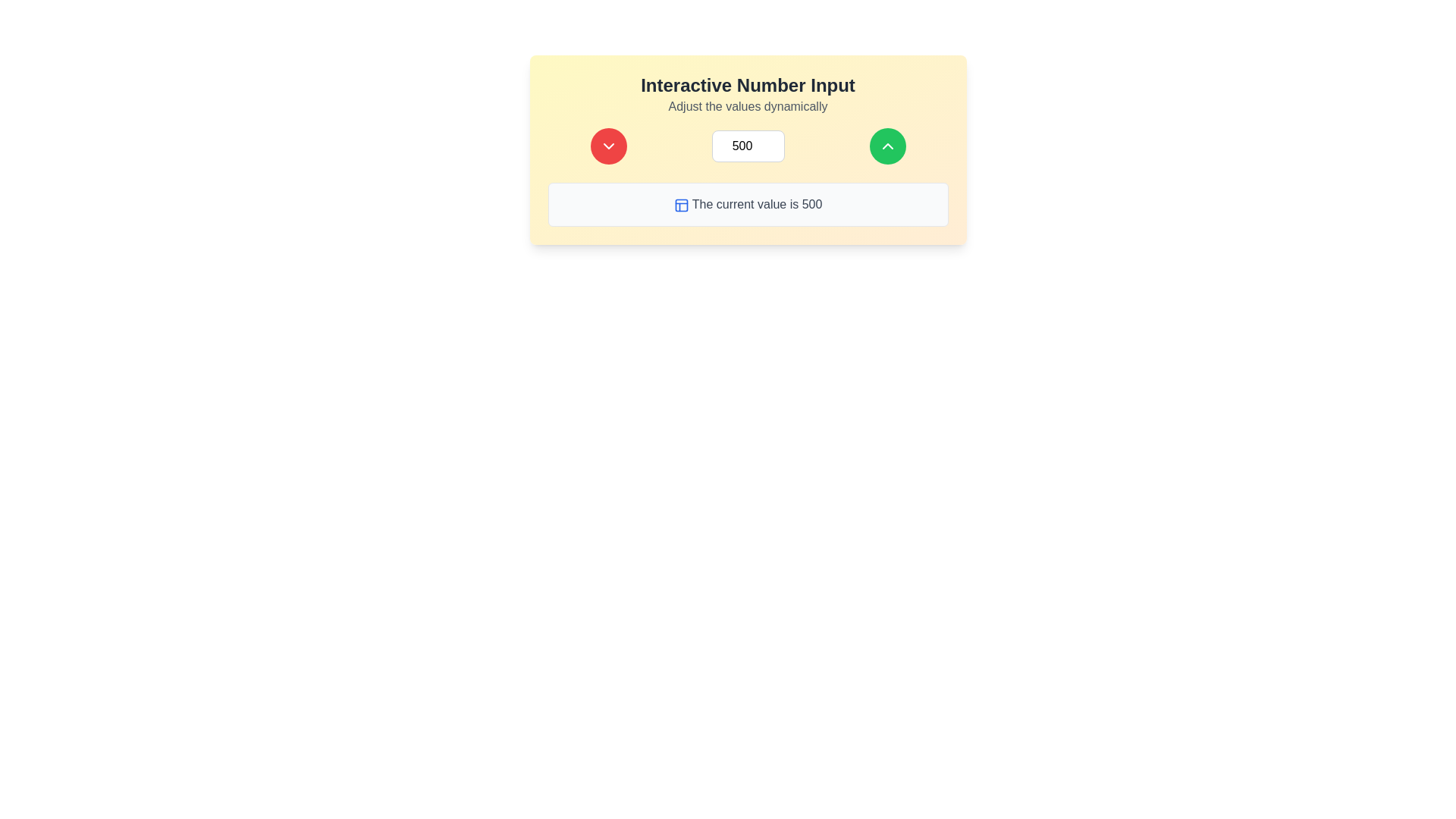 The width and height of the screenshot is (1456, 819). I want to click on the SVG icon located to the left of the text 'The current value is 500' within the white rectangular box, so click(680, 205).